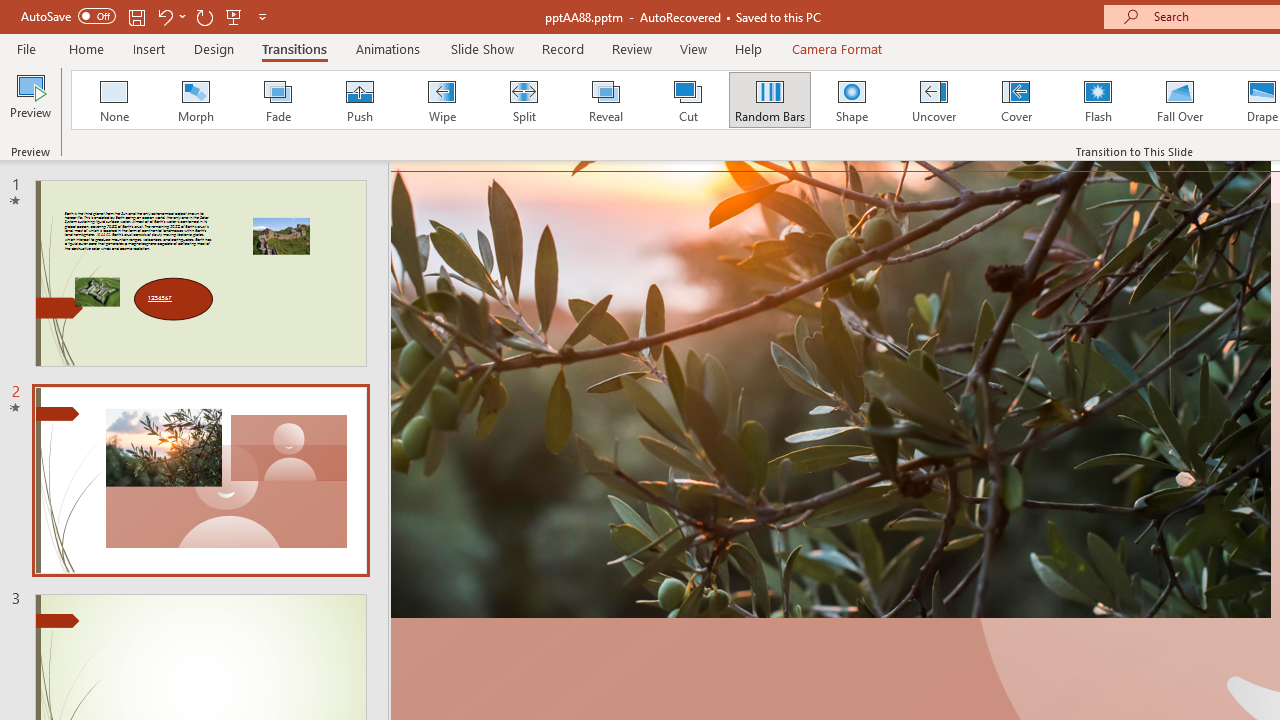  What do you see at coordinates (1180, 100) in the screenshot?
I see `'Fall Over'` at bounding box center [1180, 100].